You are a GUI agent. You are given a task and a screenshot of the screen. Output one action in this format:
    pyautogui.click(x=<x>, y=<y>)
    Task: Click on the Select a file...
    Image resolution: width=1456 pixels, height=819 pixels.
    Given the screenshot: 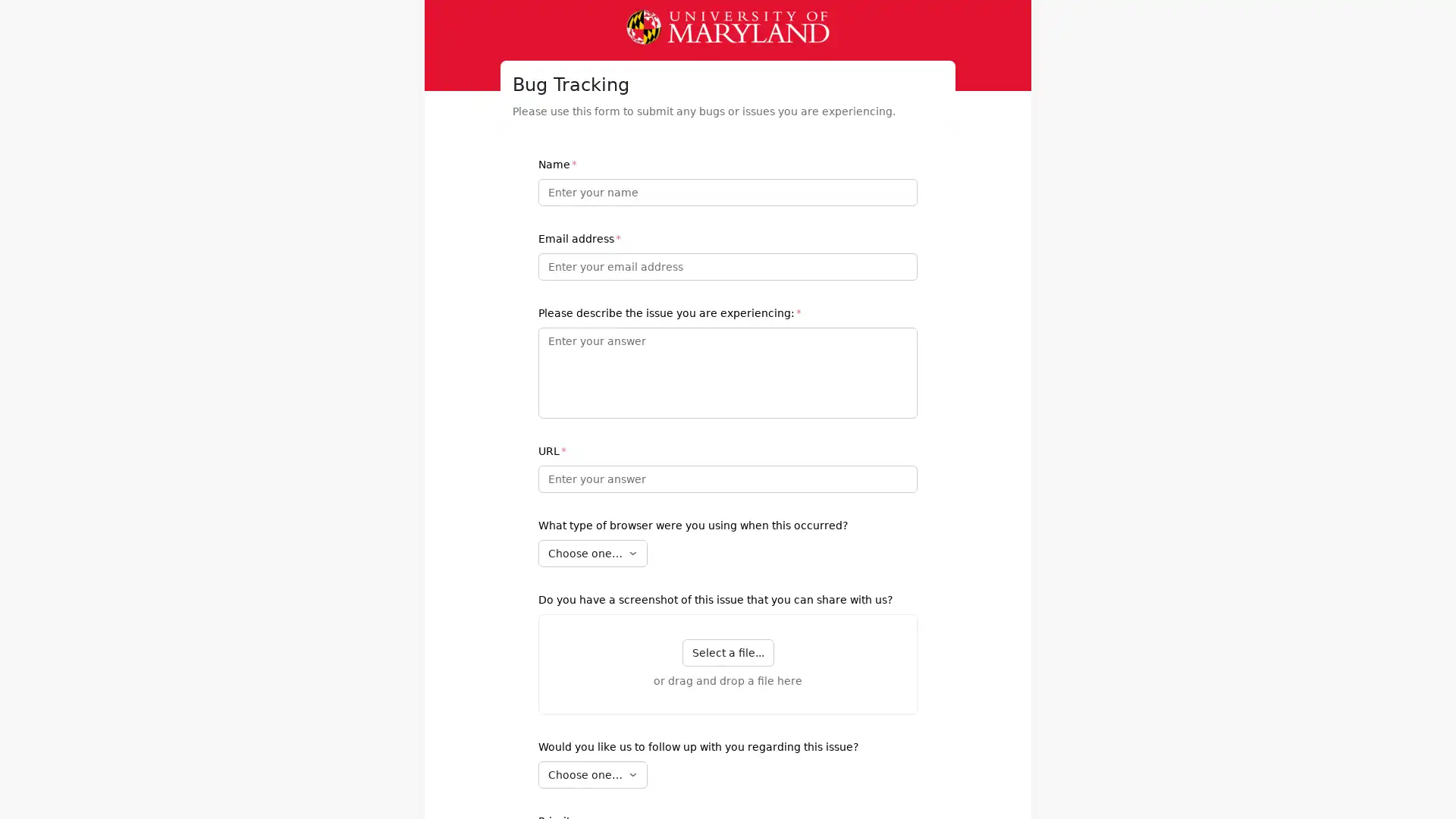 What is the action you would take?
    pyautogui.click(x=726, y=651)
    